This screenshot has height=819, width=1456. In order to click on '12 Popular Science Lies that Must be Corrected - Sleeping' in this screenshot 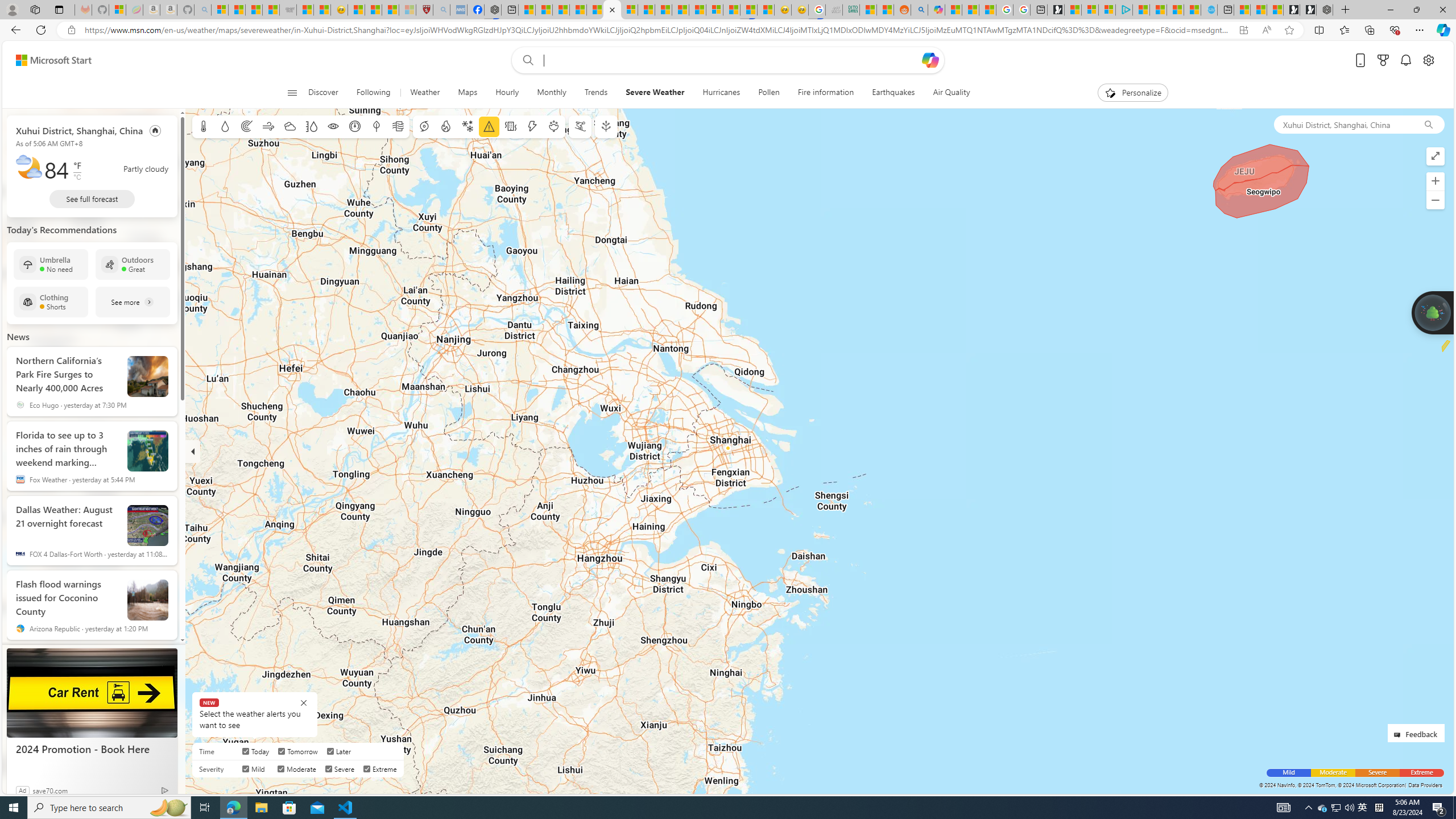, I will do `click(407, 9)`.